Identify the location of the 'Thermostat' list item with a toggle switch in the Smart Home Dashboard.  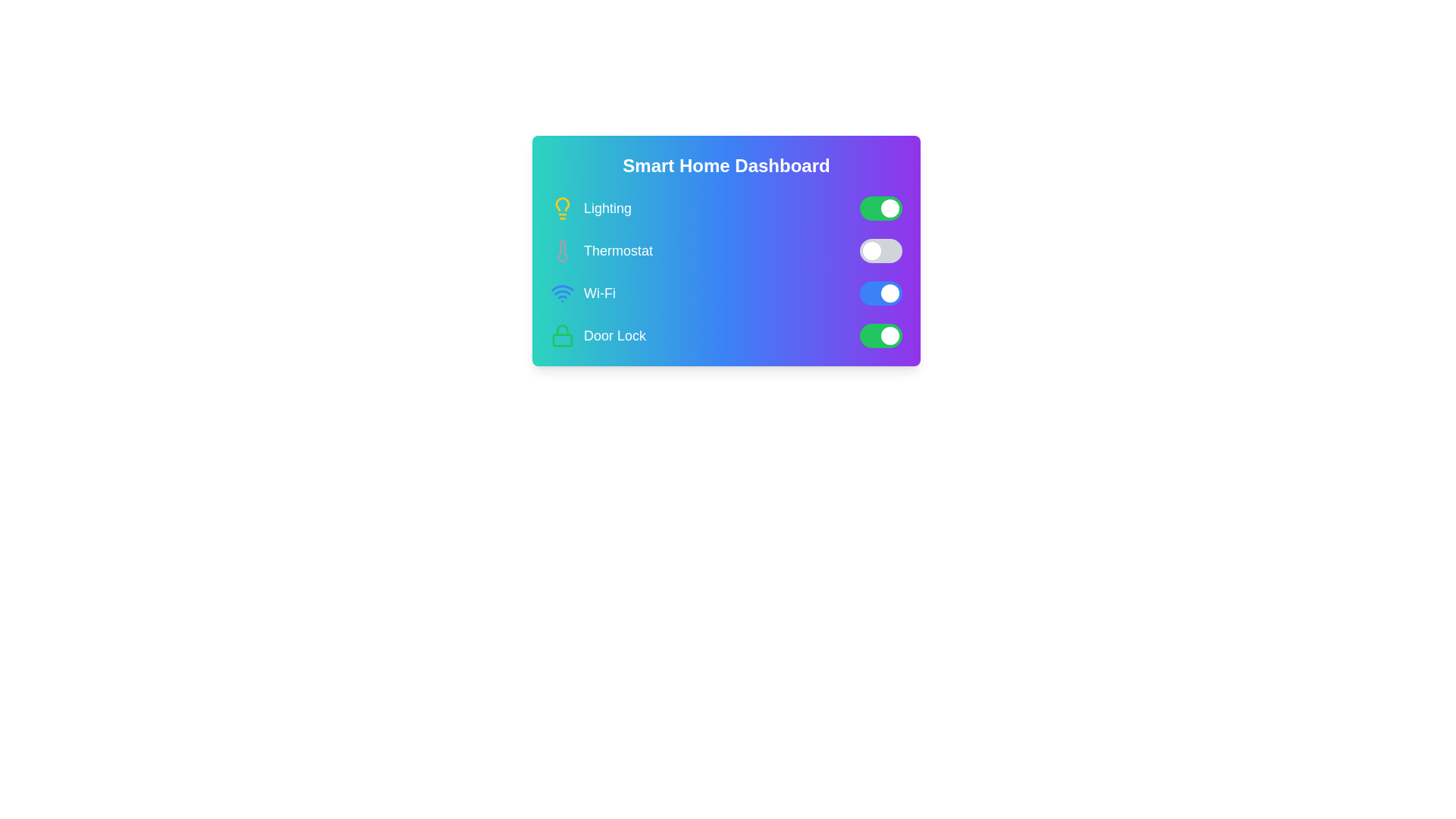
(726, 250).